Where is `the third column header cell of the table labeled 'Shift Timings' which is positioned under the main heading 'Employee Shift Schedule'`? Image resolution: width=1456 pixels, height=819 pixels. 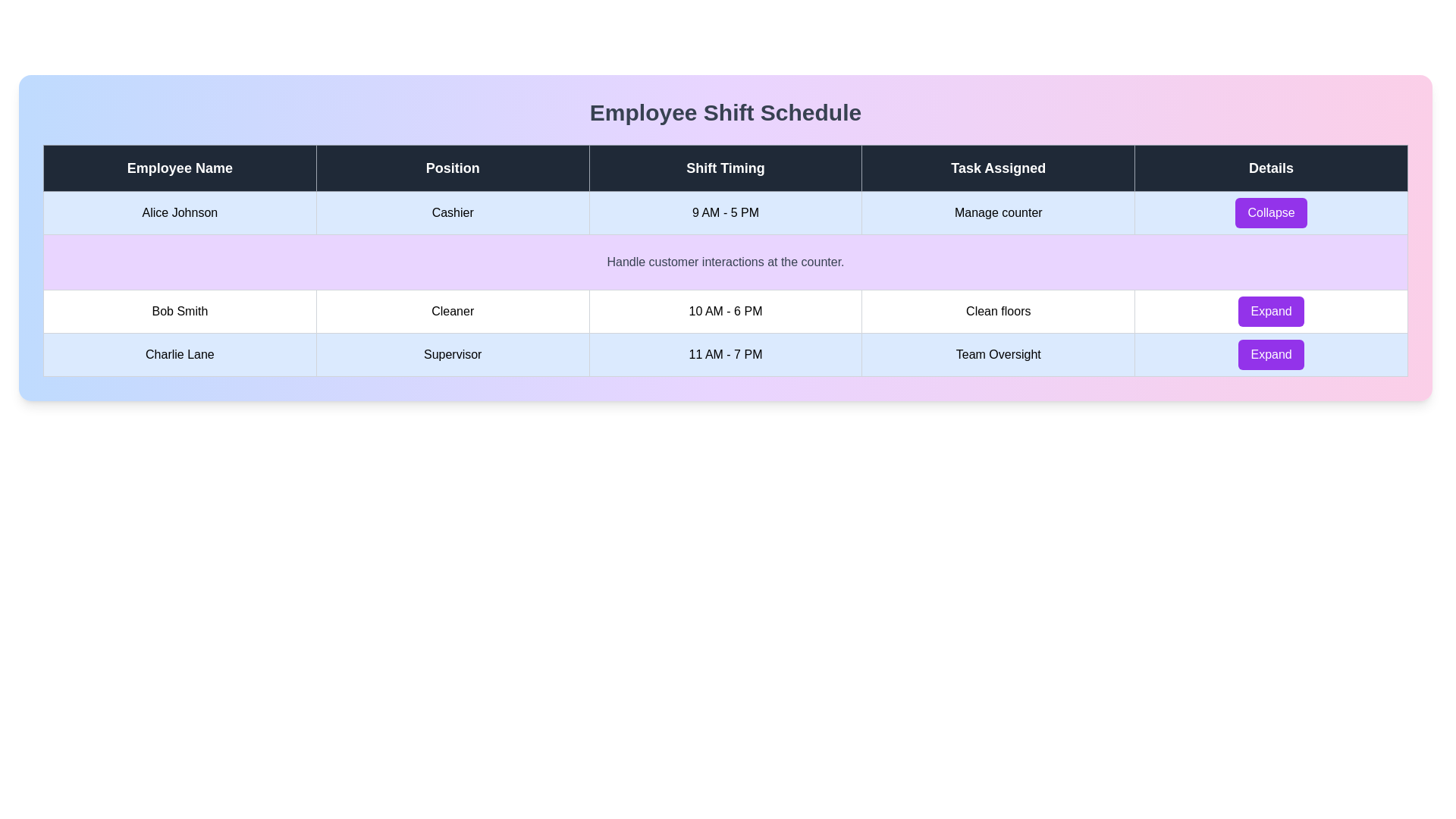 the third column header cell of the table labeled 'Shift Timings' which is positioned under the main heading 'Employee Shift Schedule' is located at coordinates (724, 168).